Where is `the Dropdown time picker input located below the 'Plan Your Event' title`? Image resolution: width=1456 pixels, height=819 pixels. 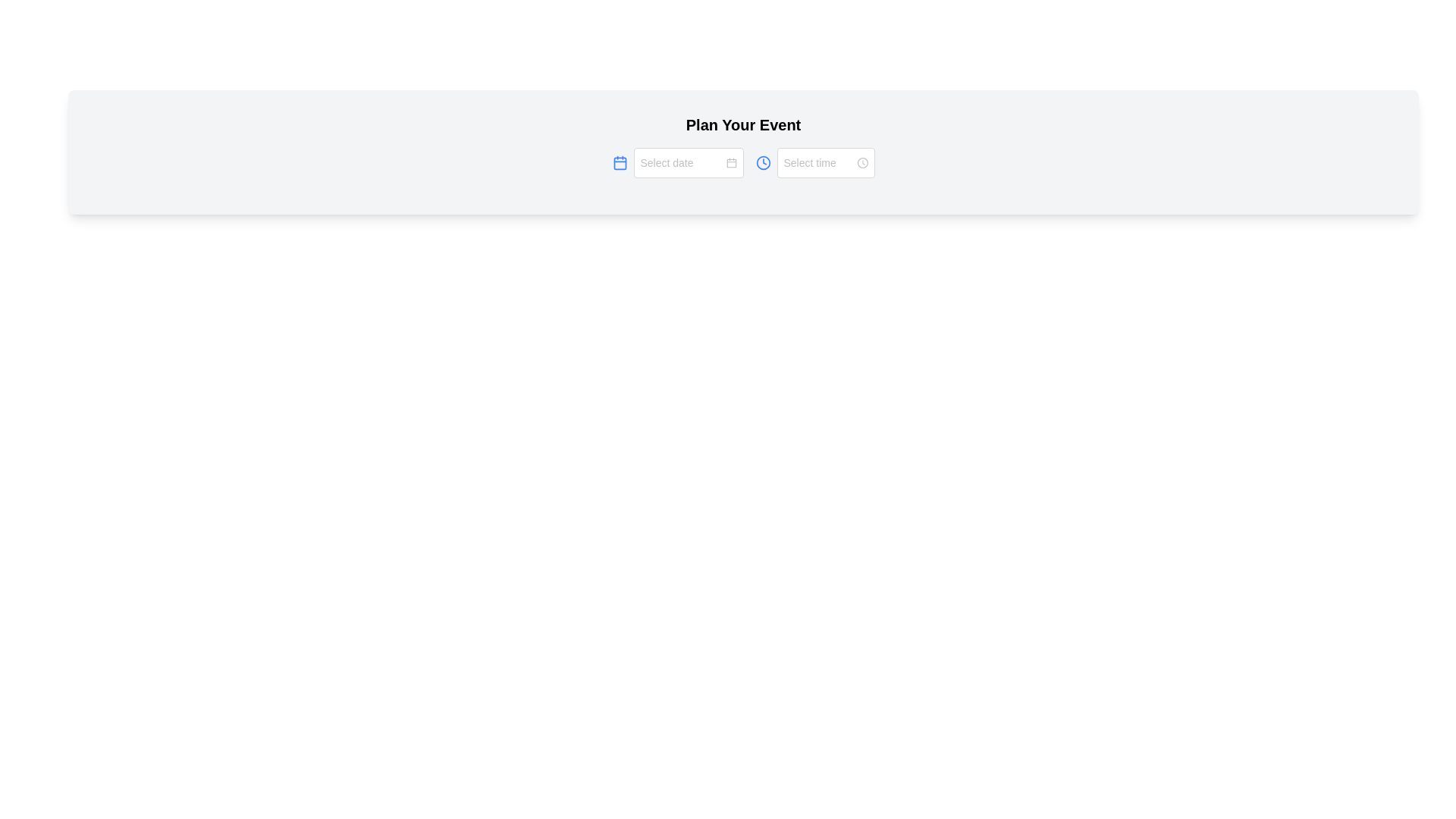
the Dropdown time picker input located below the 'Plan Your Event' title is located at coordinates (825, 163).